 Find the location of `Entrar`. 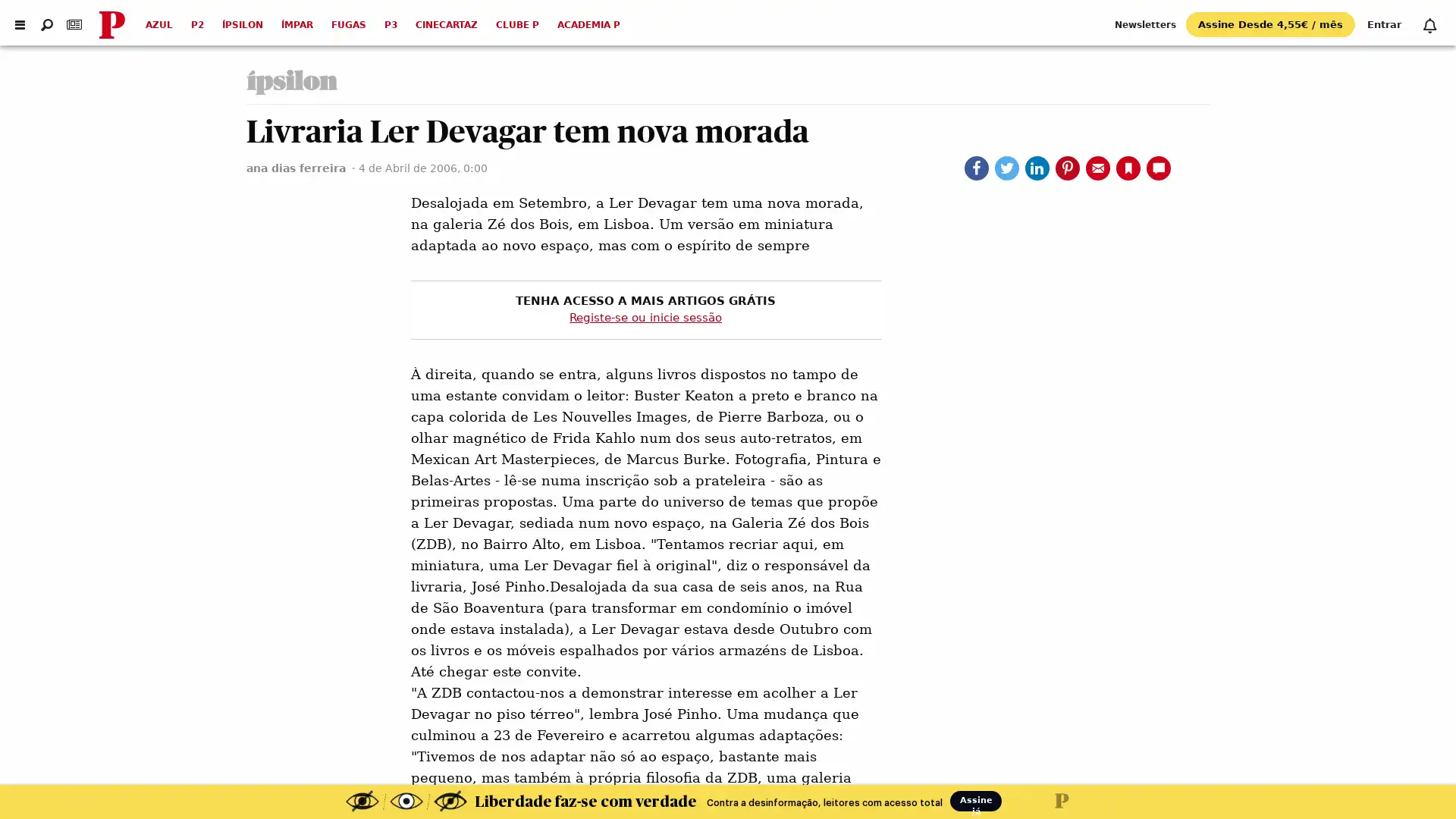

Entrar is located at coordinates (1384, 24).